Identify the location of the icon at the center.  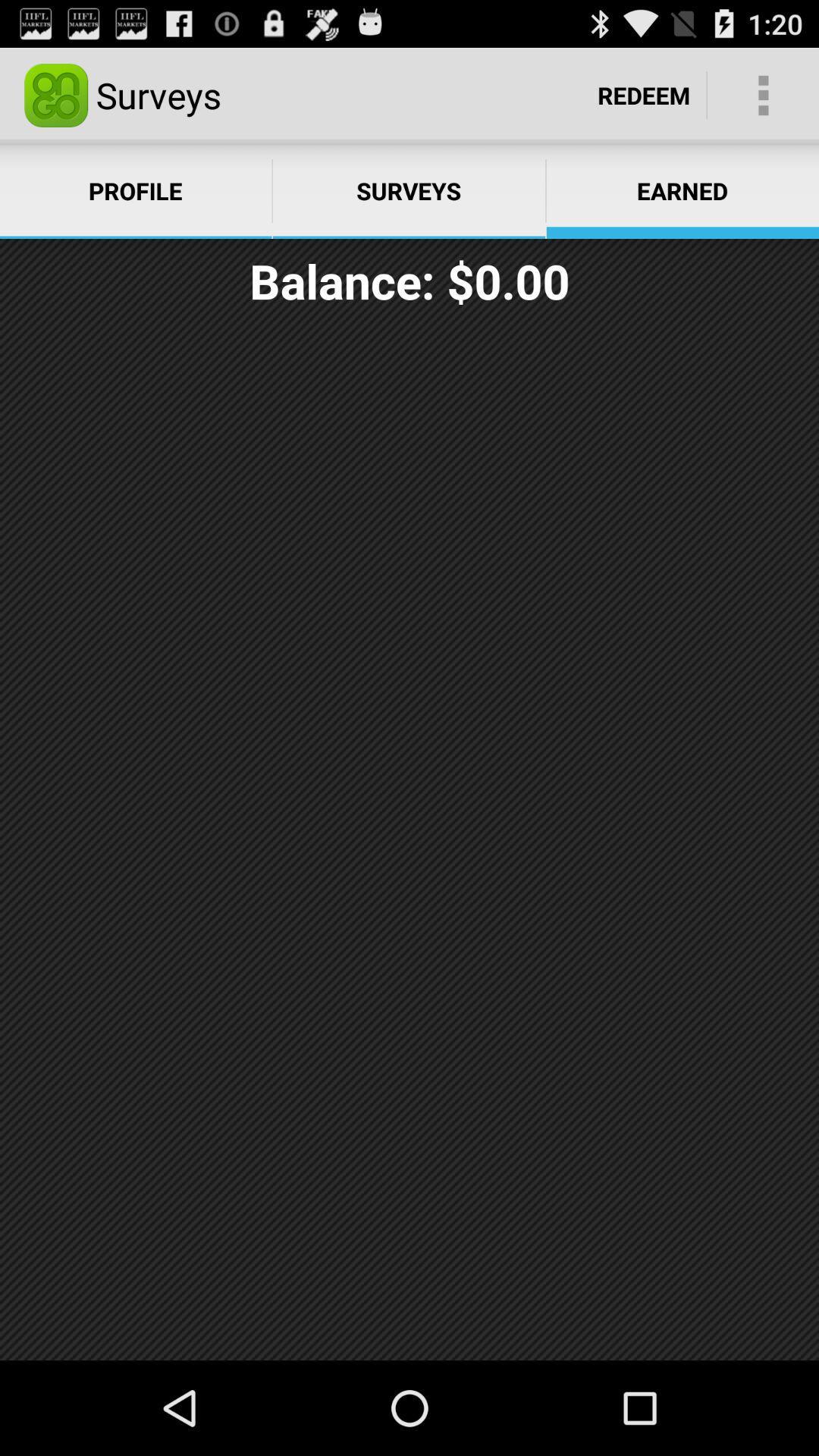
(409, 840).